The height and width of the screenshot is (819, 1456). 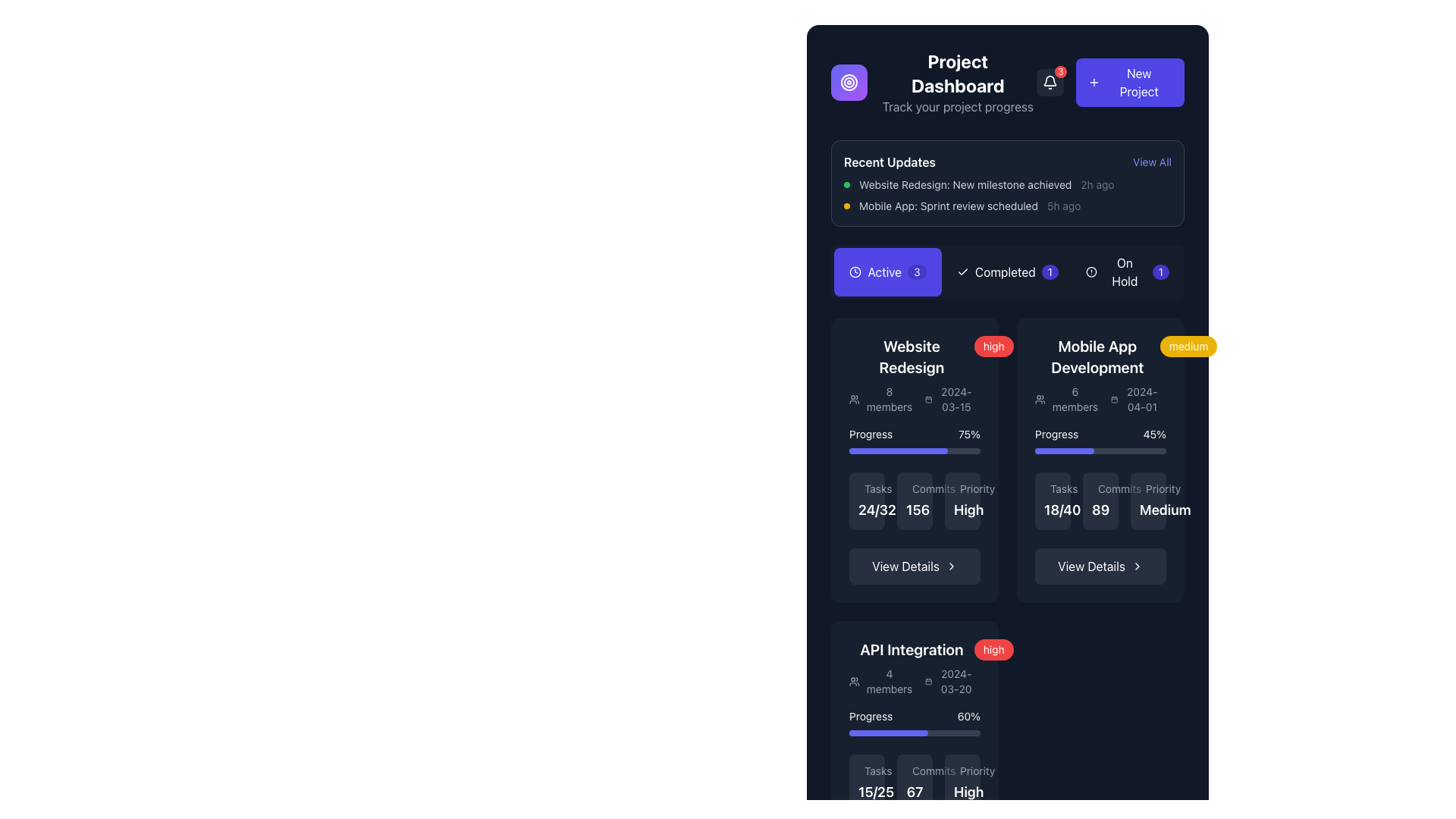 I want to click on the notification button located near the top-right corner of the application interface, so click(x=1049, y=82).